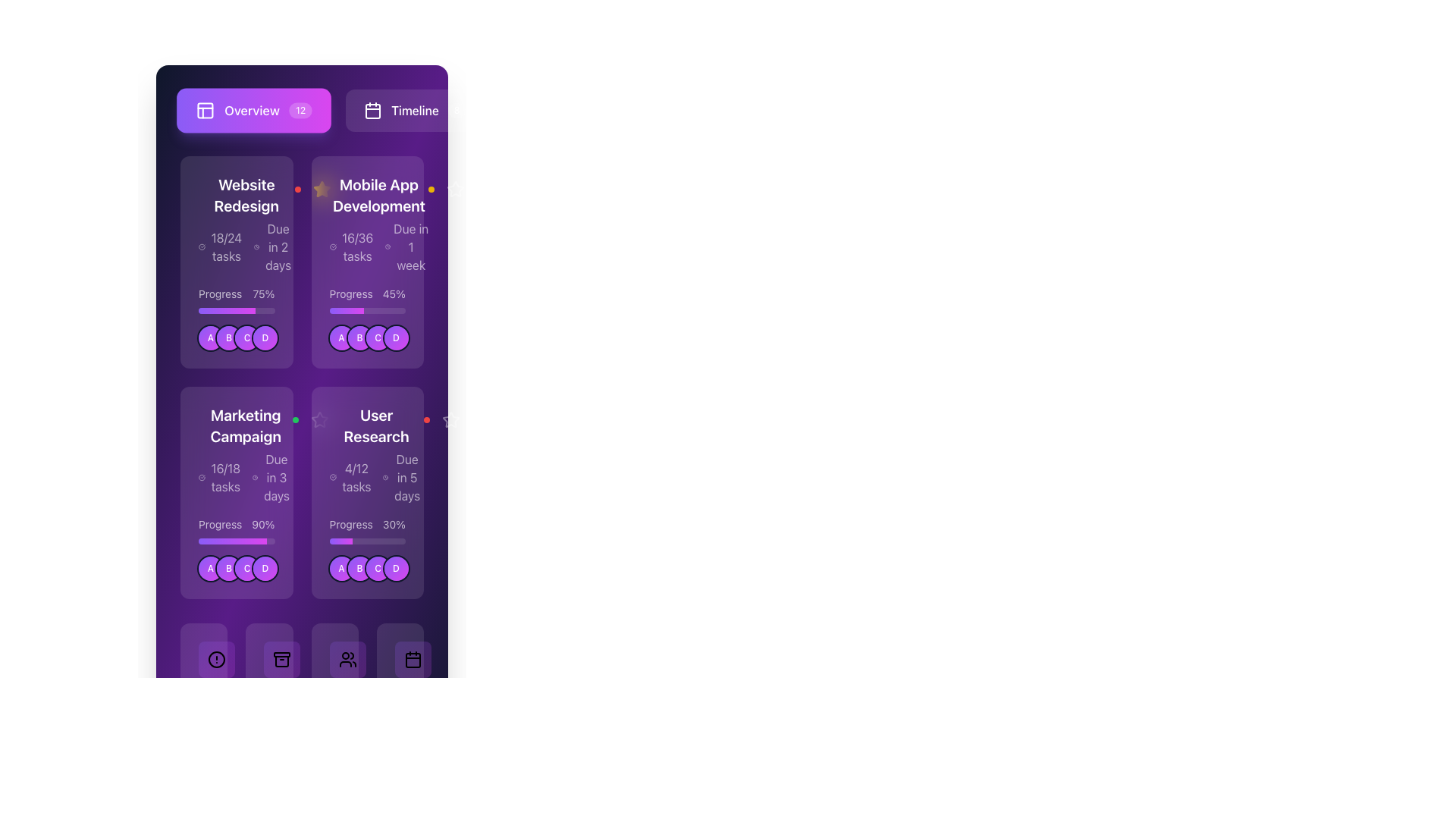 The width and height of the screenshot is (1456, 819). I want to click on the button that allows users to mark or favorite the associated task, located between a small green dot indicator and a vertical ellipsis icon, so click(319, 420).